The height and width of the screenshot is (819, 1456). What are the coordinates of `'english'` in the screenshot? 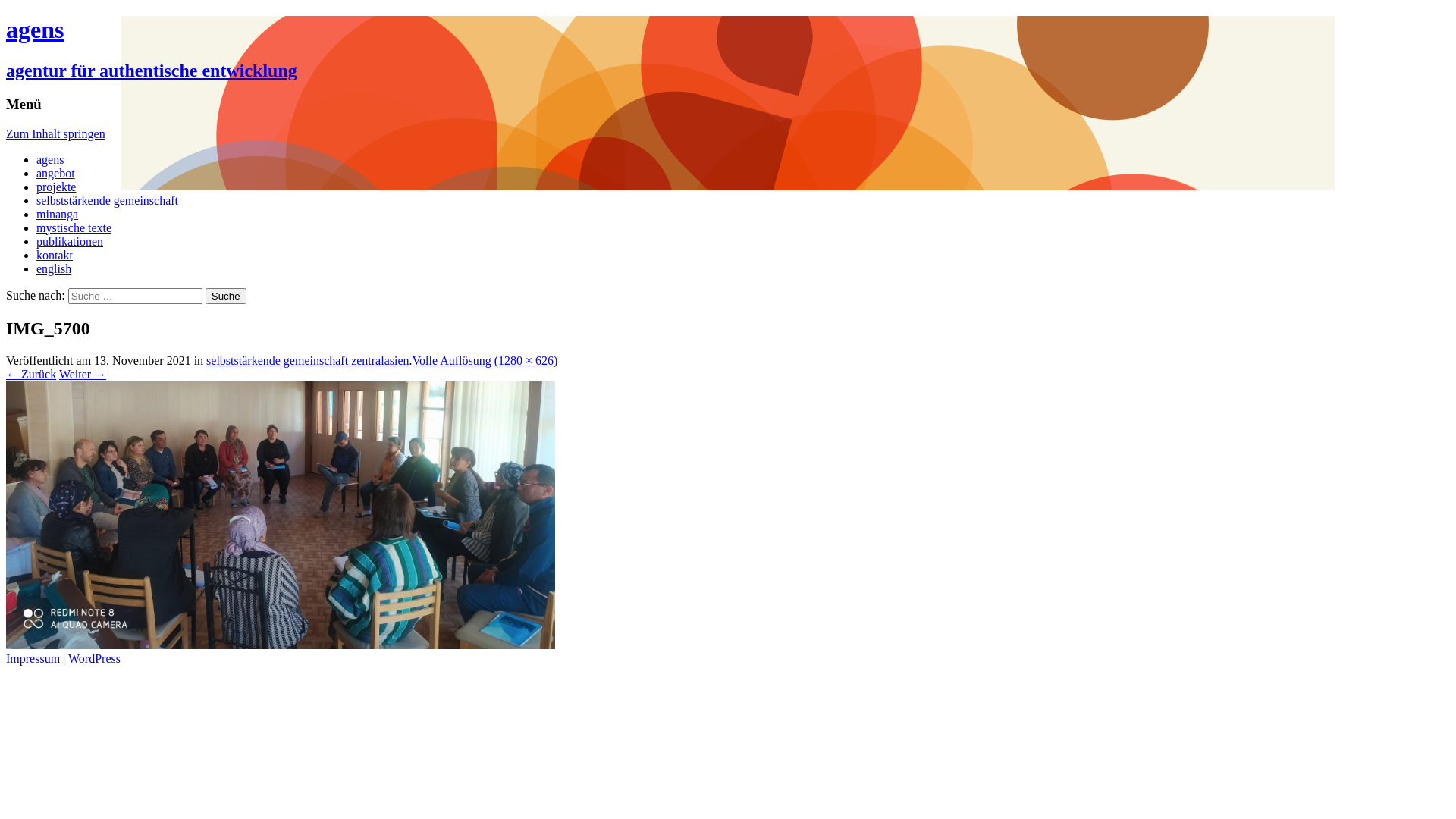 It's located at (54, 268).